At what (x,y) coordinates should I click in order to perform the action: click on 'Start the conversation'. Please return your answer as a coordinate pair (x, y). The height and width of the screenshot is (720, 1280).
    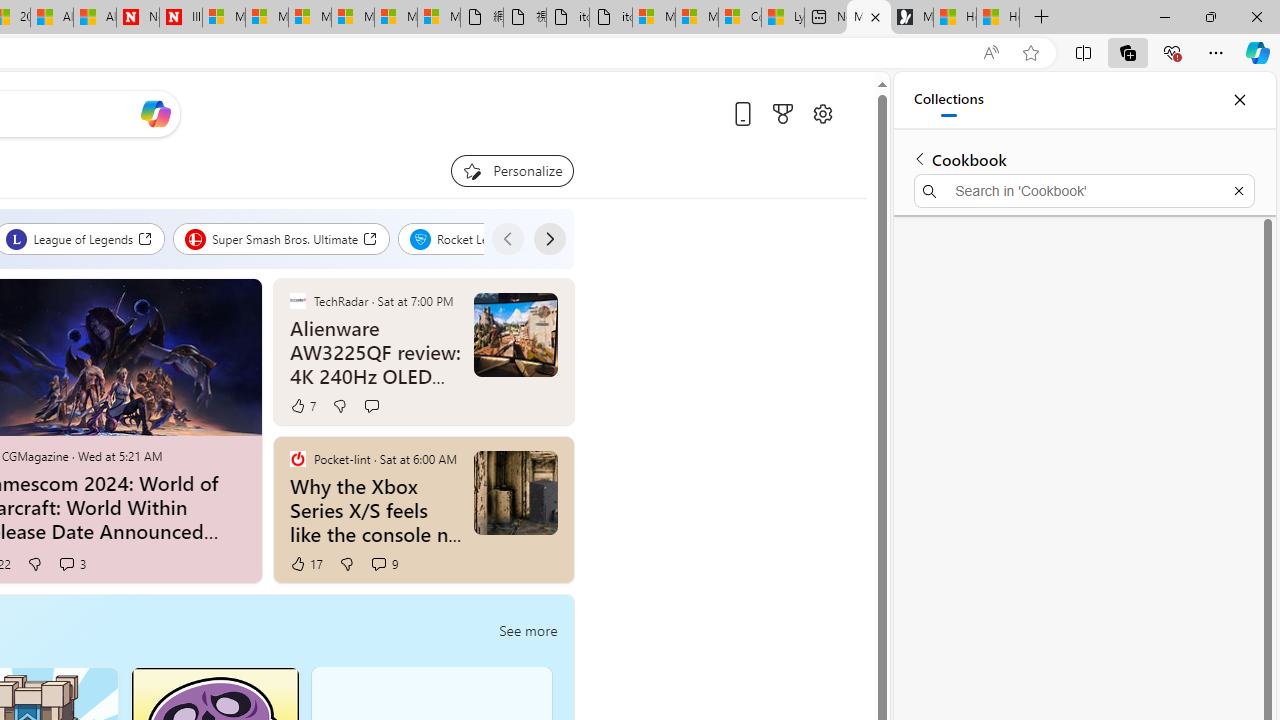
    Looking at the image, I should click on (371, 405).